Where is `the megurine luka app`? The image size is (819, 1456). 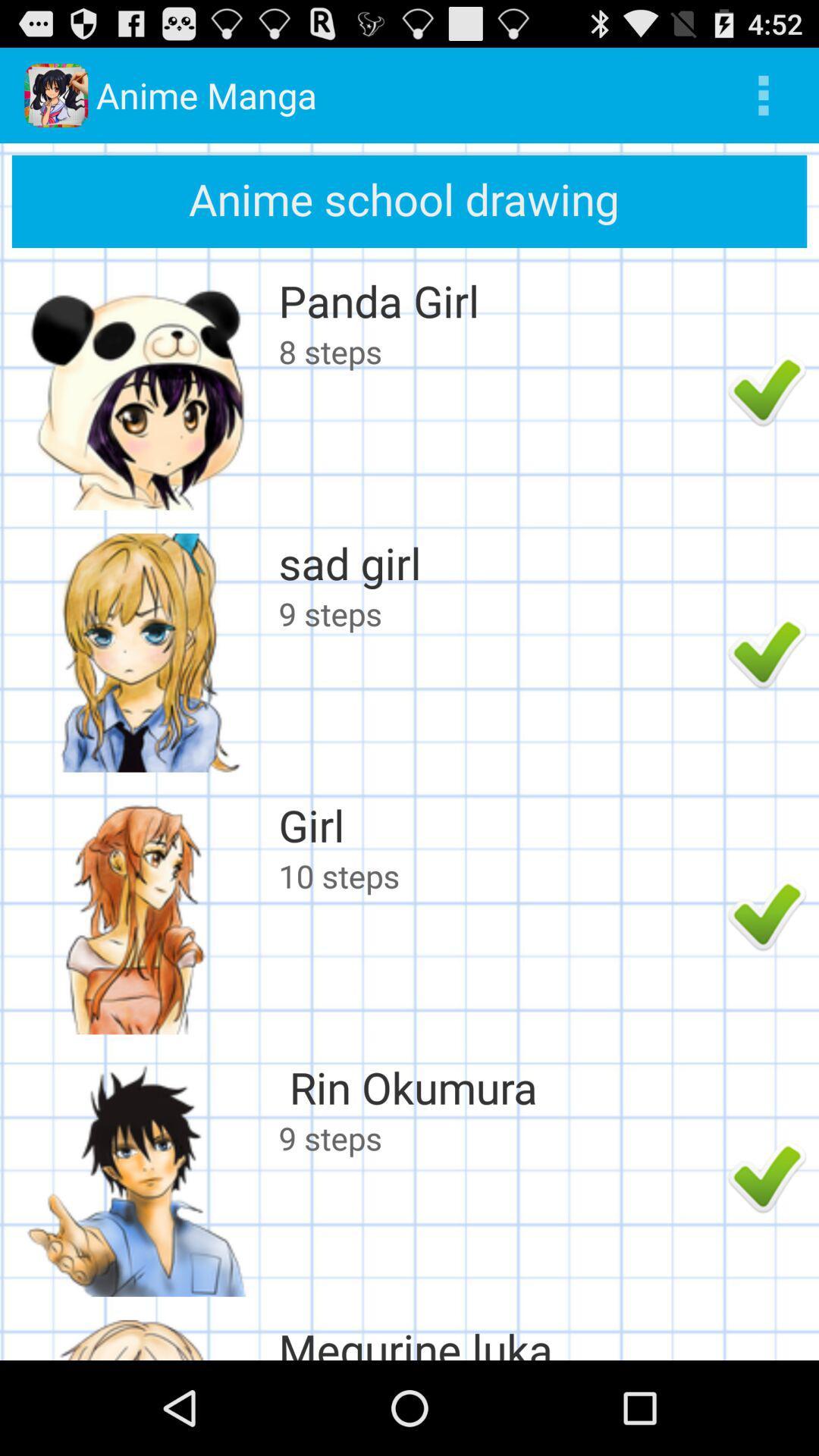 the megurine luka app is located at coordinates (499, 1340).